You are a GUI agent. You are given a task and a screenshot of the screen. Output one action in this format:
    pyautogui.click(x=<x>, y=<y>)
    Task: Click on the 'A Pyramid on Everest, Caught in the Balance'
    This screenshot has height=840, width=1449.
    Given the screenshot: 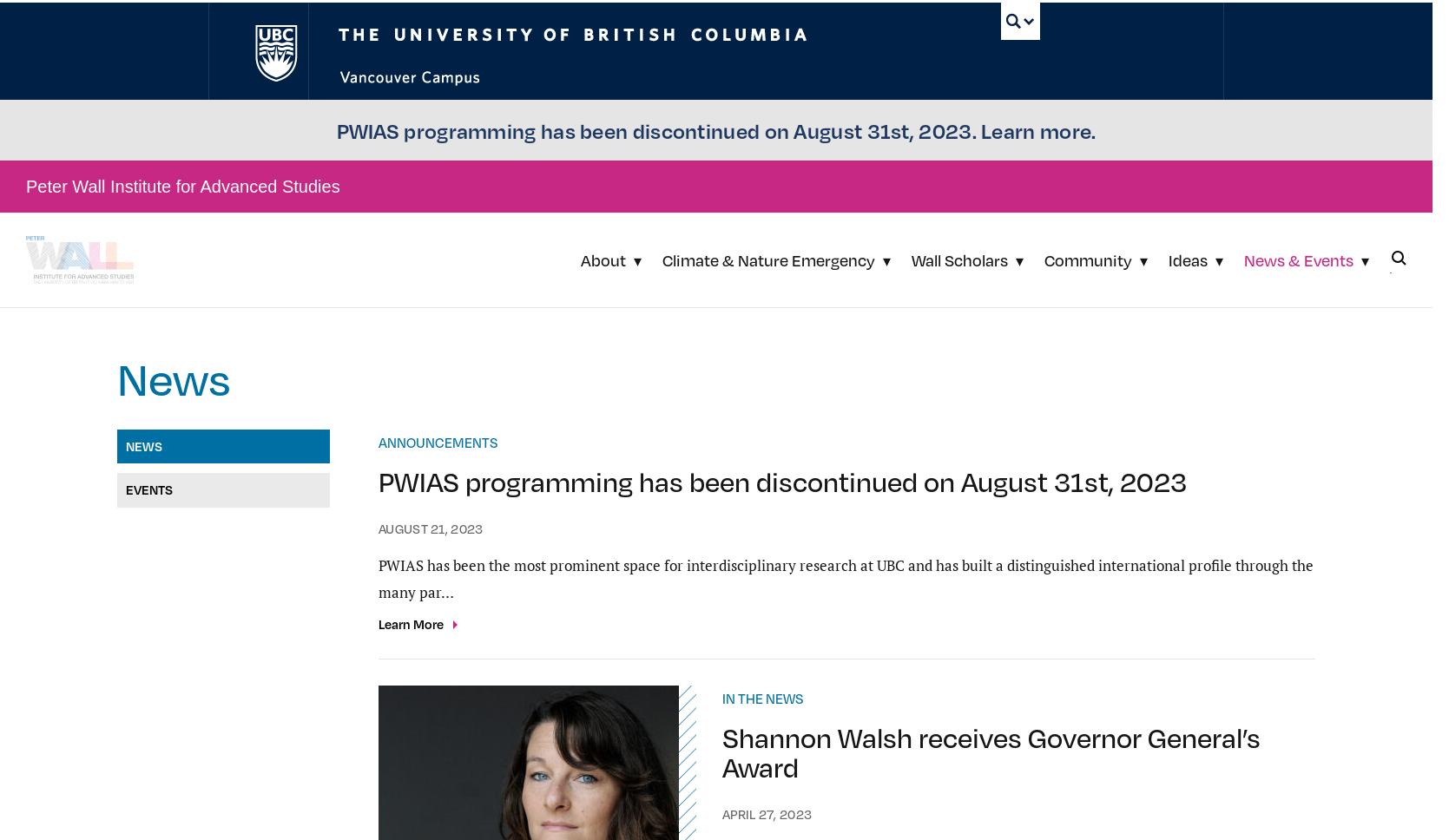 What is the action you would take?
    pyautogui.click(x=991, y=528)
    